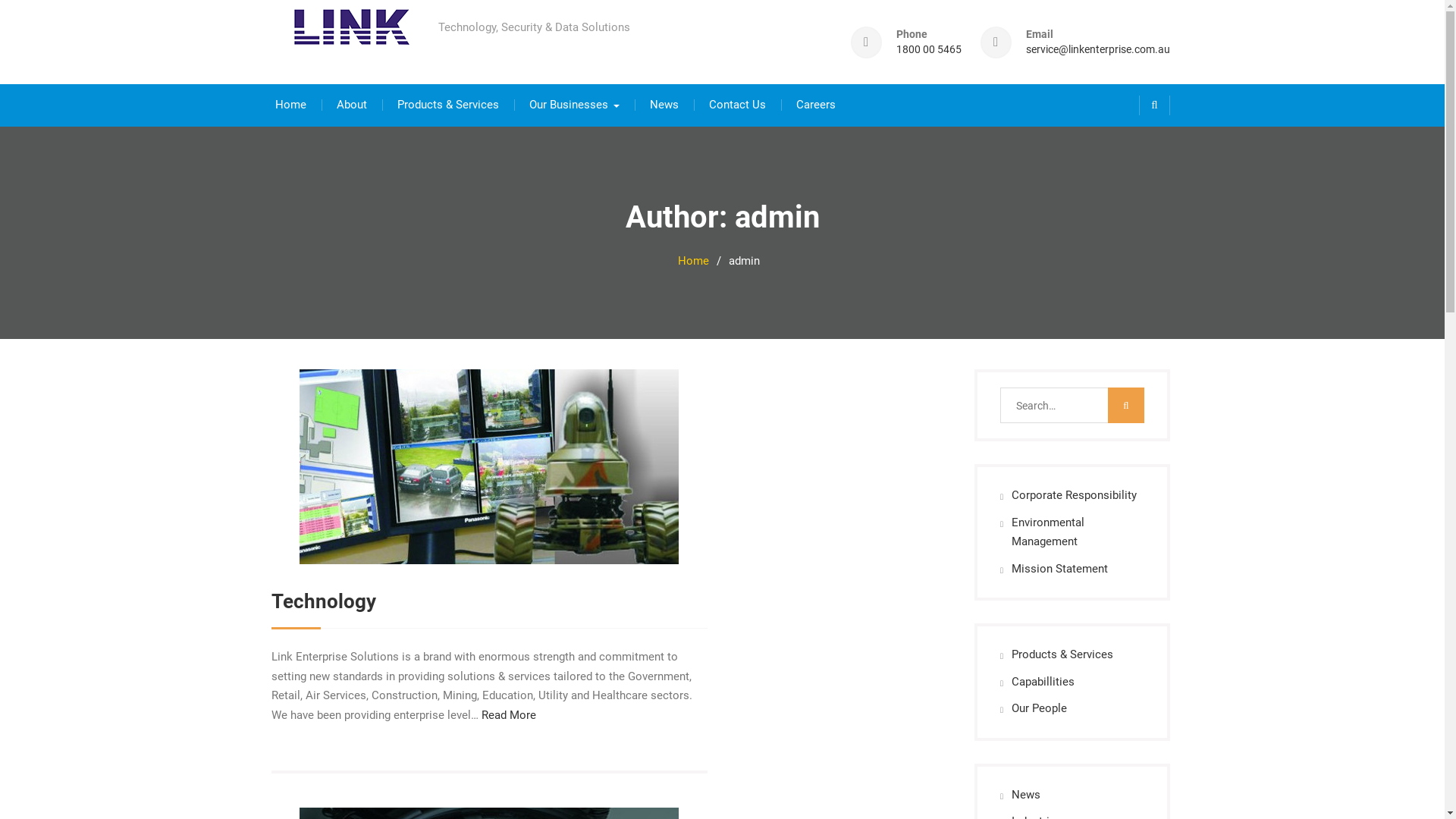 Image resolution: width=1456 pixels, height=819 pixels. Describe the element at coordinates (1026, 794) in the screenshot. I see `'News'` at that location.